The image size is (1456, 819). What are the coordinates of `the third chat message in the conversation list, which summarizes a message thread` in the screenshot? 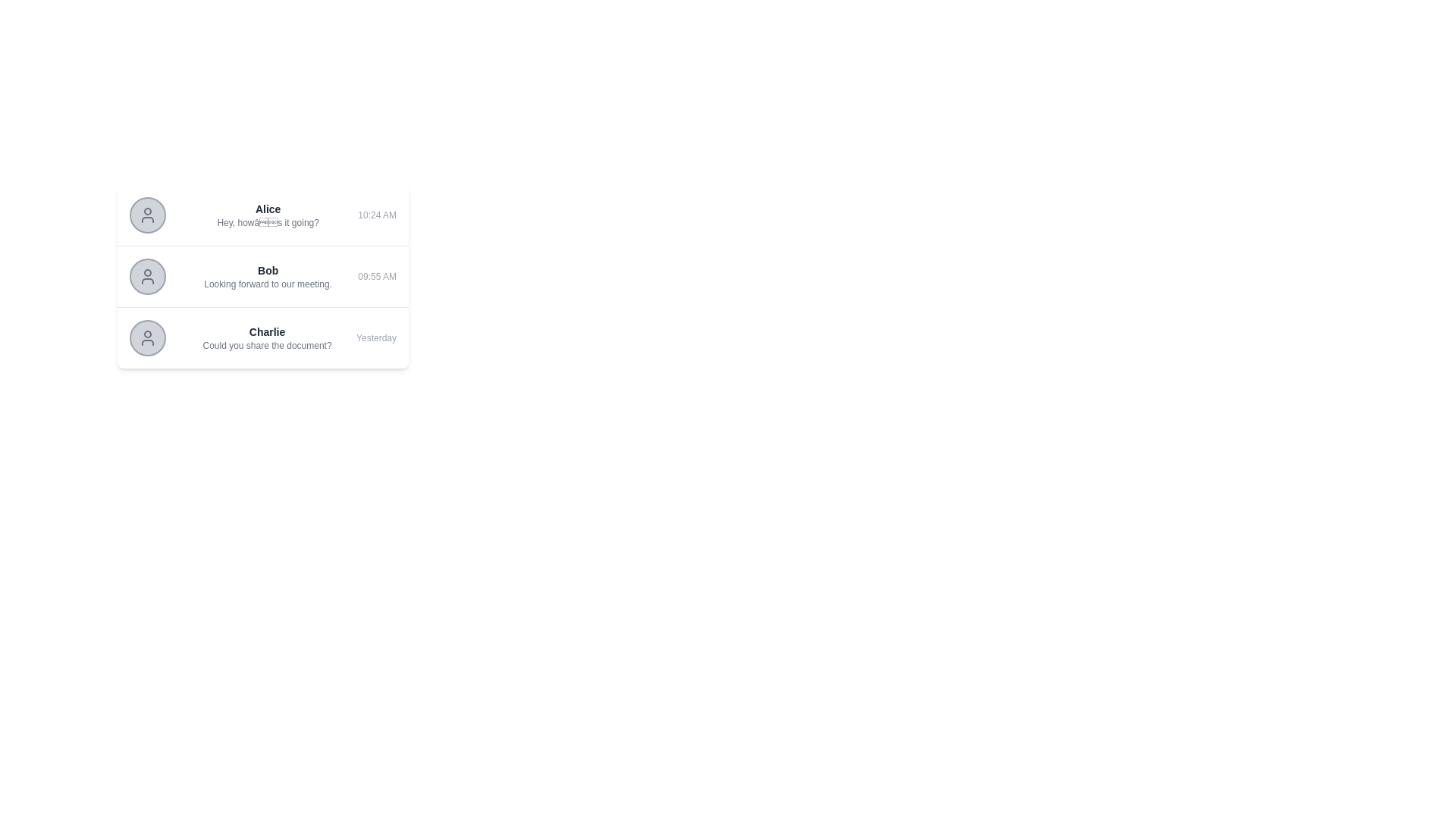 It's located at (262, 337).